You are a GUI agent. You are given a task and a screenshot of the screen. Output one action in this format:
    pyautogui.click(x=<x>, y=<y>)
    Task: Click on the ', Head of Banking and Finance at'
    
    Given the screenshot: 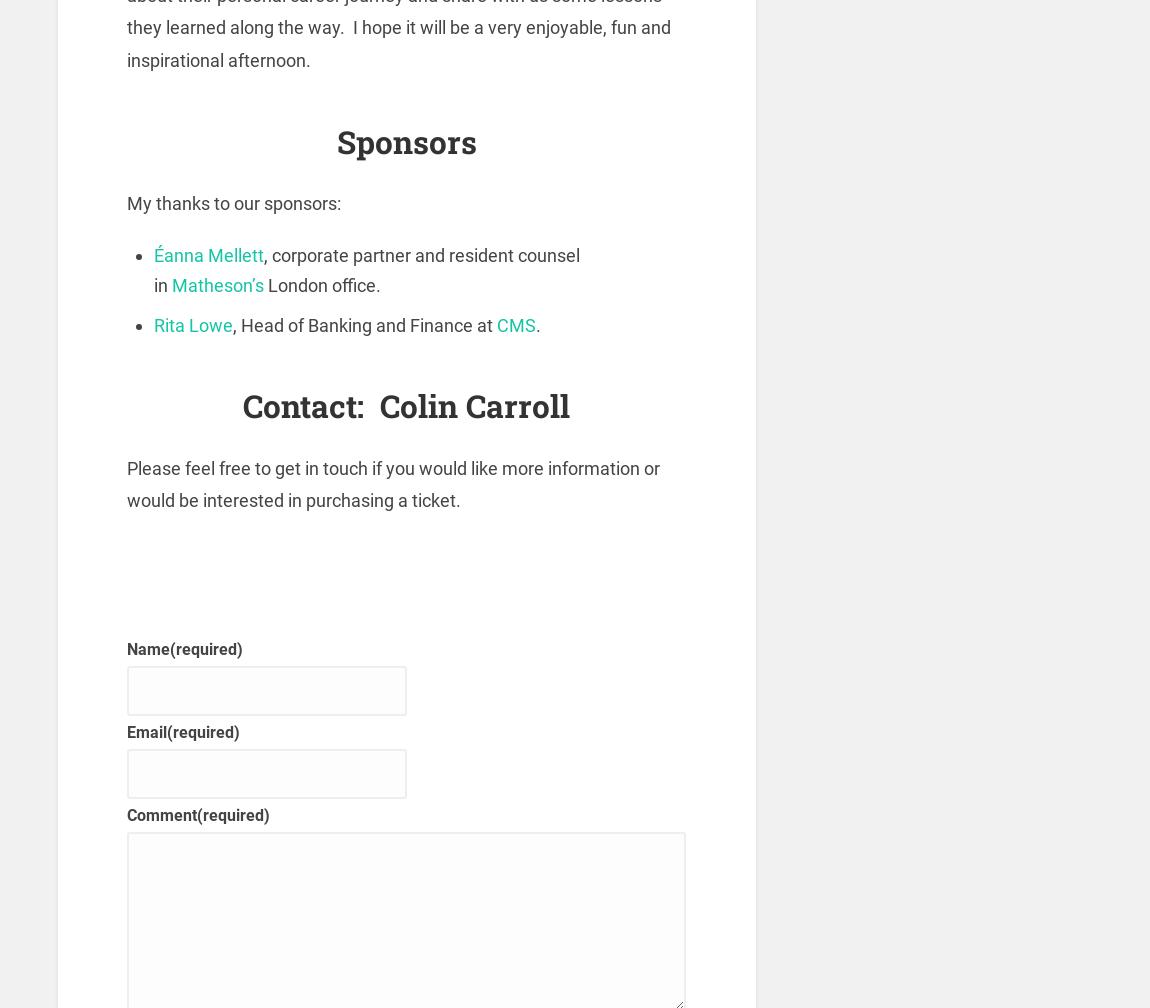 What is the action you would take?
    pyautogui.click(x=365, y=324)
    